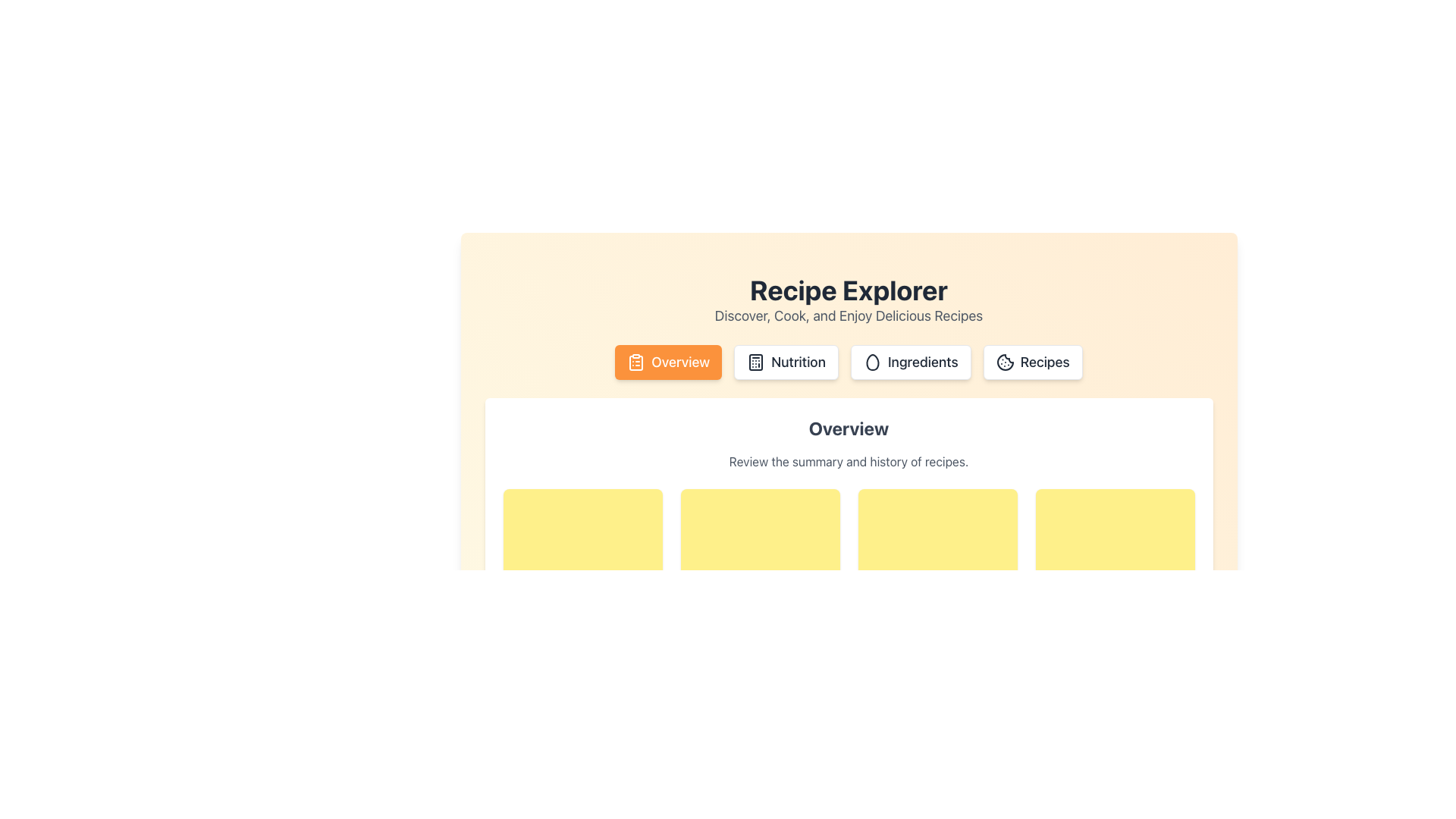 This screenshot has height=819, width=1456. What do you see at coordinates (848, 315) in the screenshot?
I see `descriptive text located directly below the 'Recipe Explorer' header, which provides additional context about the feature` at bounding box center [848, 315].